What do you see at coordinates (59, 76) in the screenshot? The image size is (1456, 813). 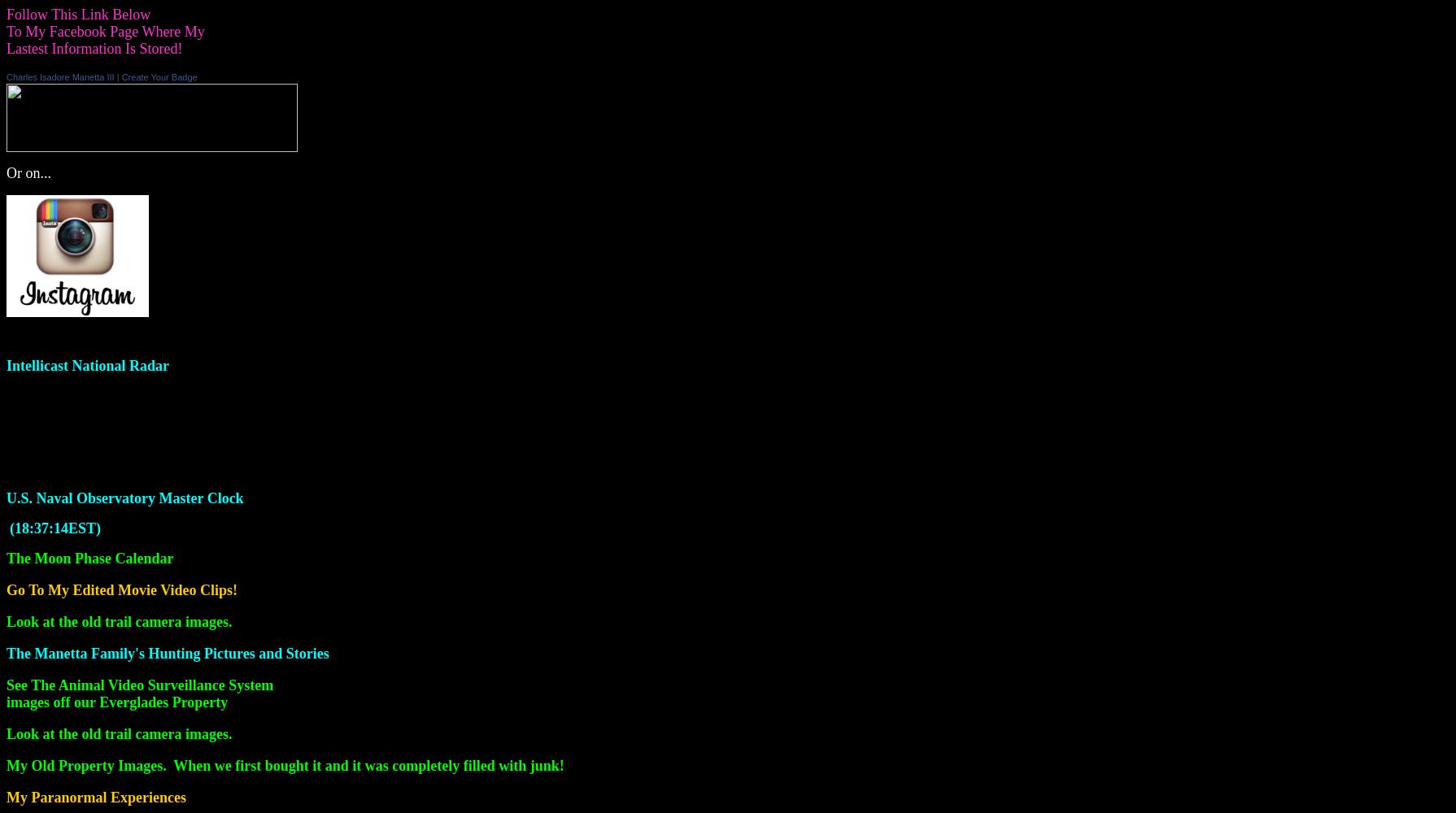 I see `'Charles Isadore Manetta III'` at bounding box center [59, 76].